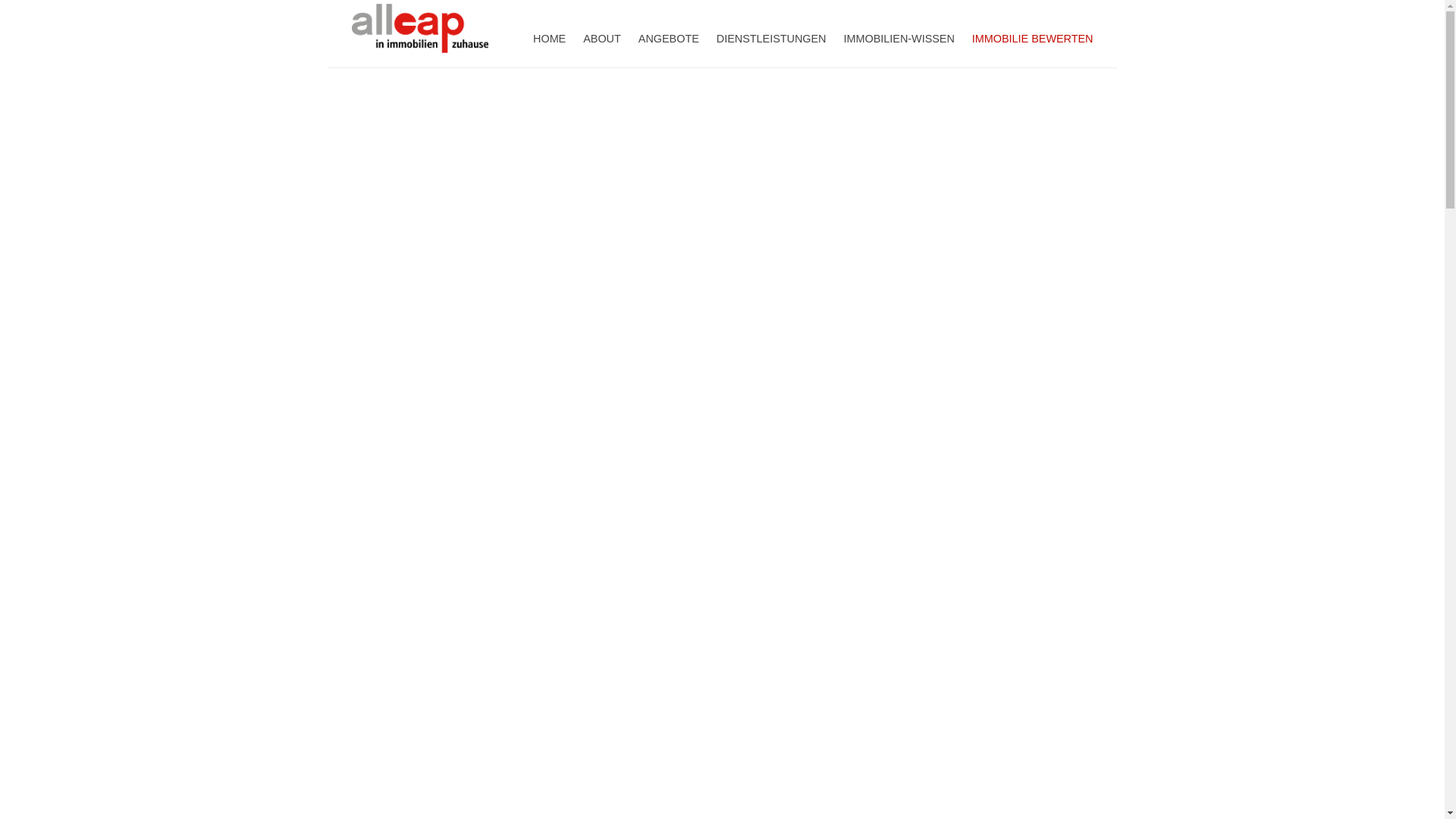 This screenshot has height=819, width=1456. I want to click on 'DIENSTLEISTUNGEN', so click(771, 35).